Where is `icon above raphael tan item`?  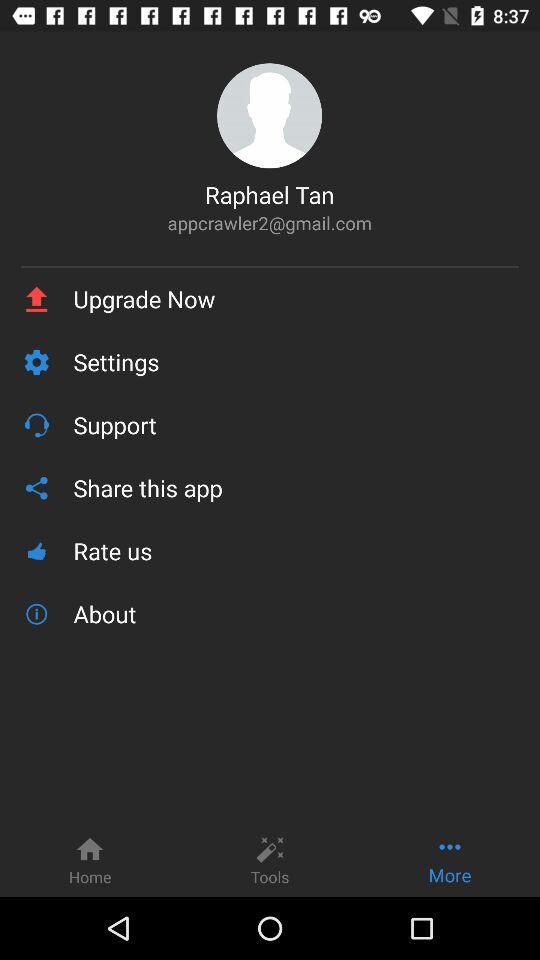 icon above raphael tan item is located at coordinates (269, 115).